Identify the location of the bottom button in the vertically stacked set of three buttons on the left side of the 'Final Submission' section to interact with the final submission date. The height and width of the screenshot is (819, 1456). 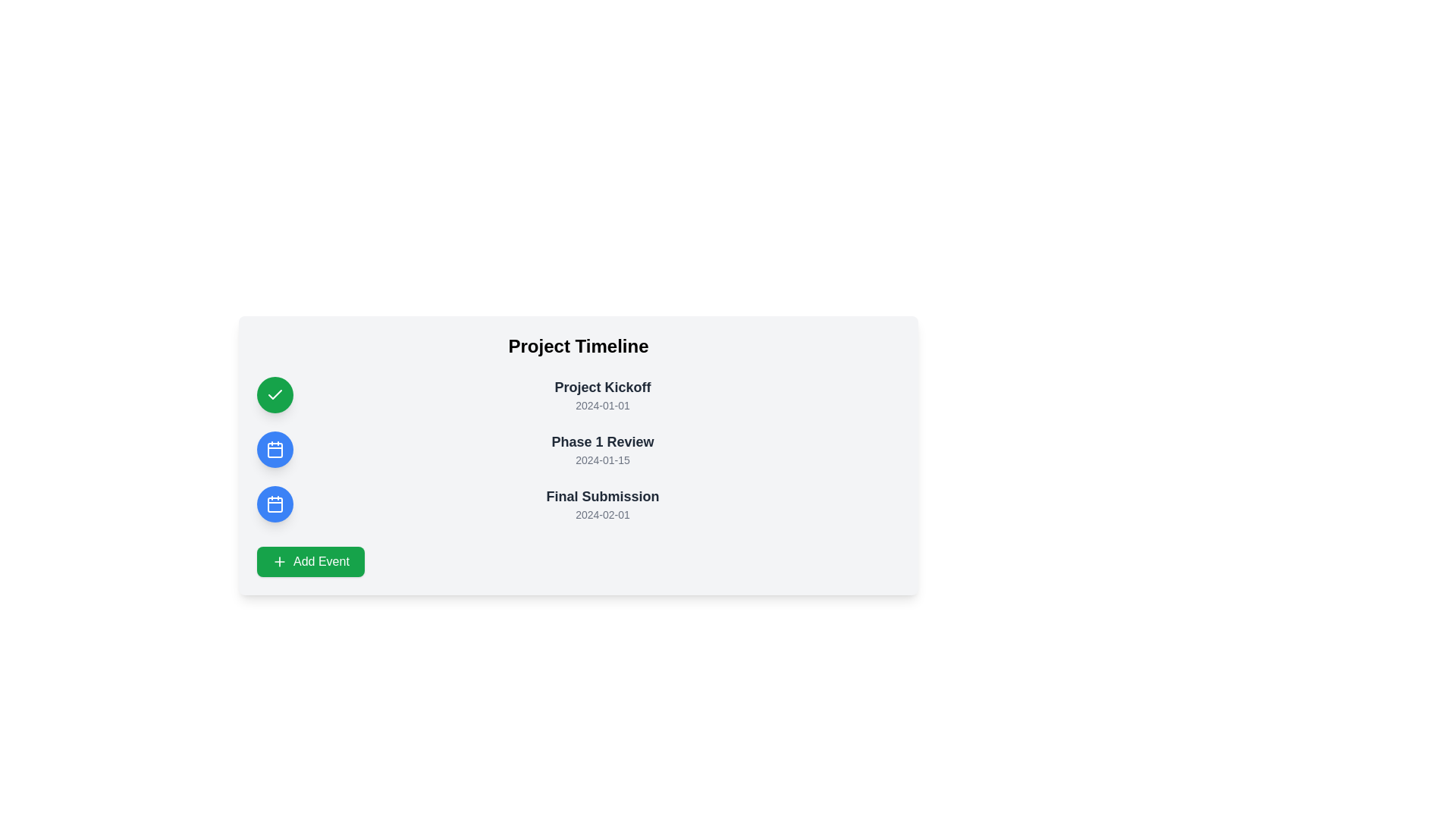
(275, 504).